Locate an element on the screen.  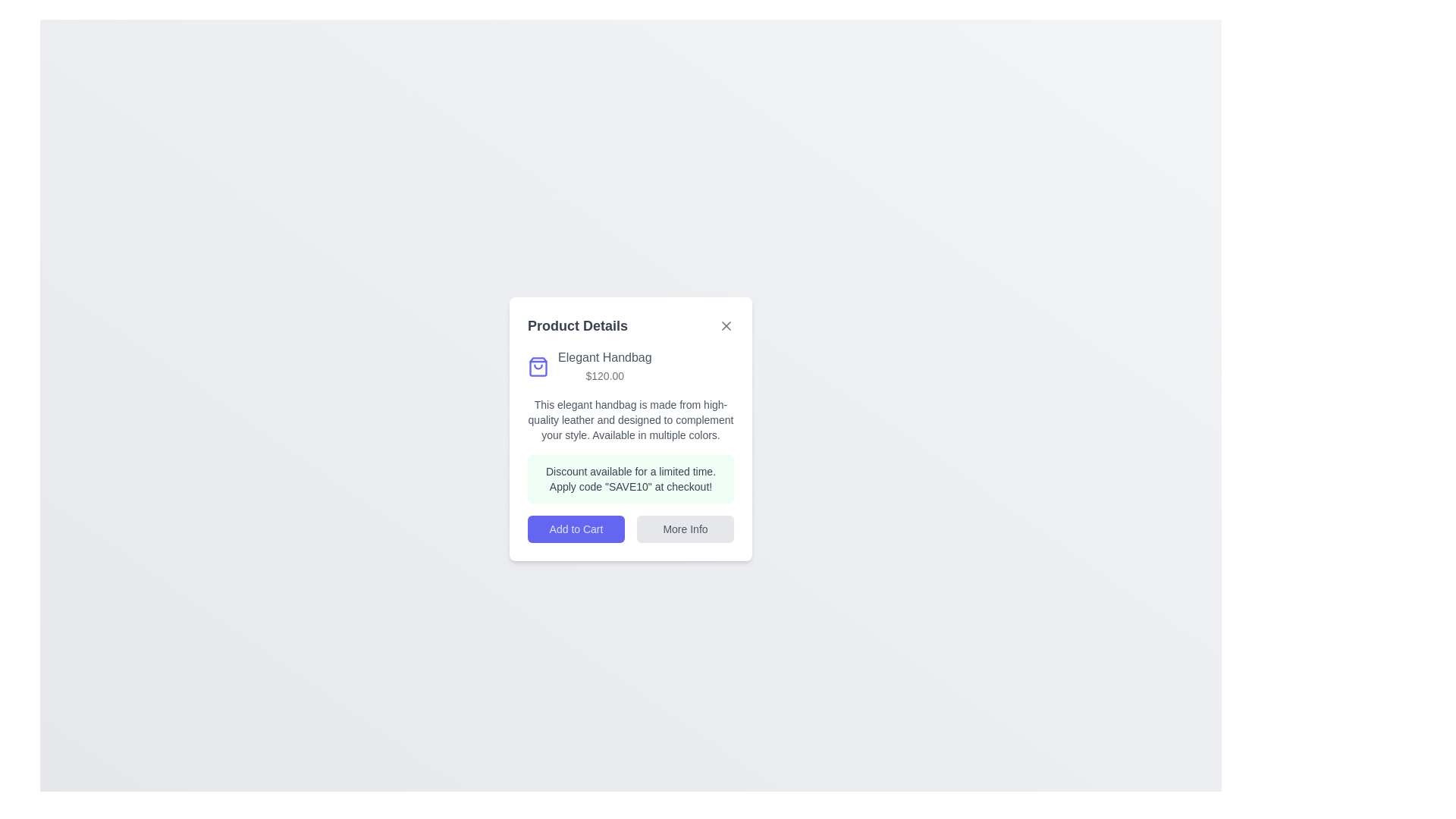
the 'X' icon located in the top-right corner of the 'Product Details' card is located at coordinates (726, 325).